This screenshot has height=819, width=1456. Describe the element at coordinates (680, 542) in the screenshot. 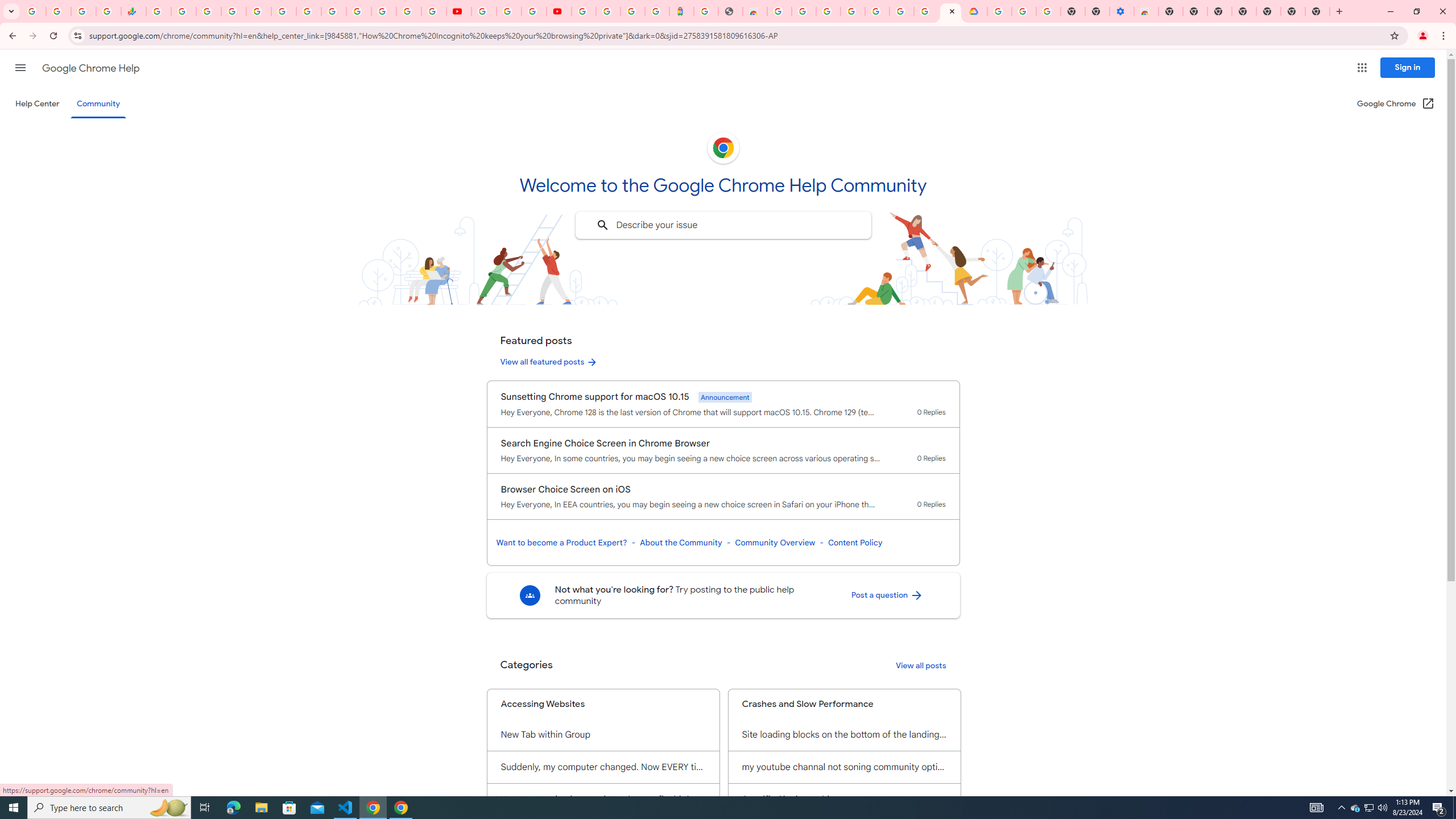

I see `'About the Community'` at that location.